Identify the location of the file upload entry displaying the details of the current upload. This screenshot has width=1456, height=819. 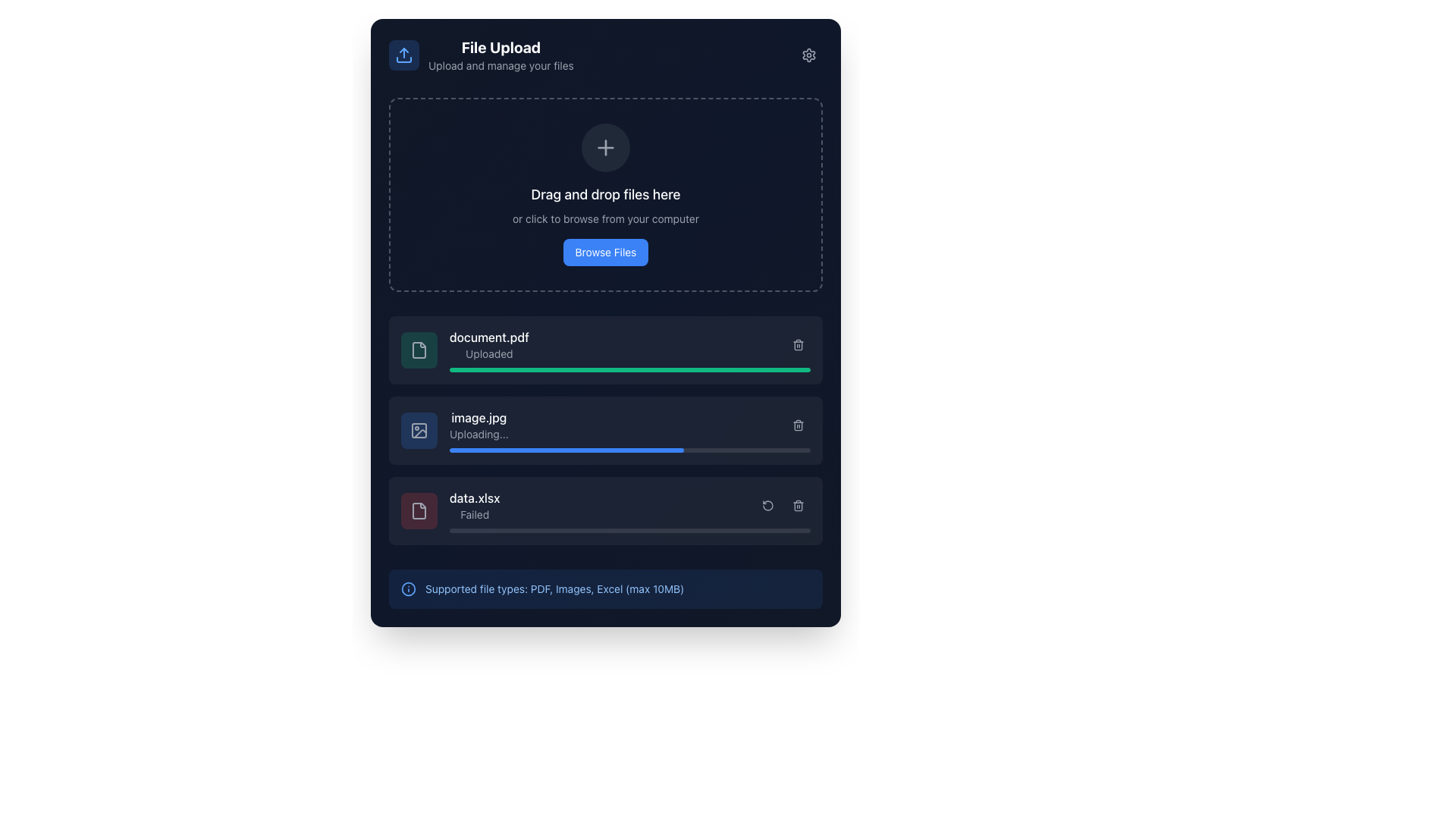
(629, 425).